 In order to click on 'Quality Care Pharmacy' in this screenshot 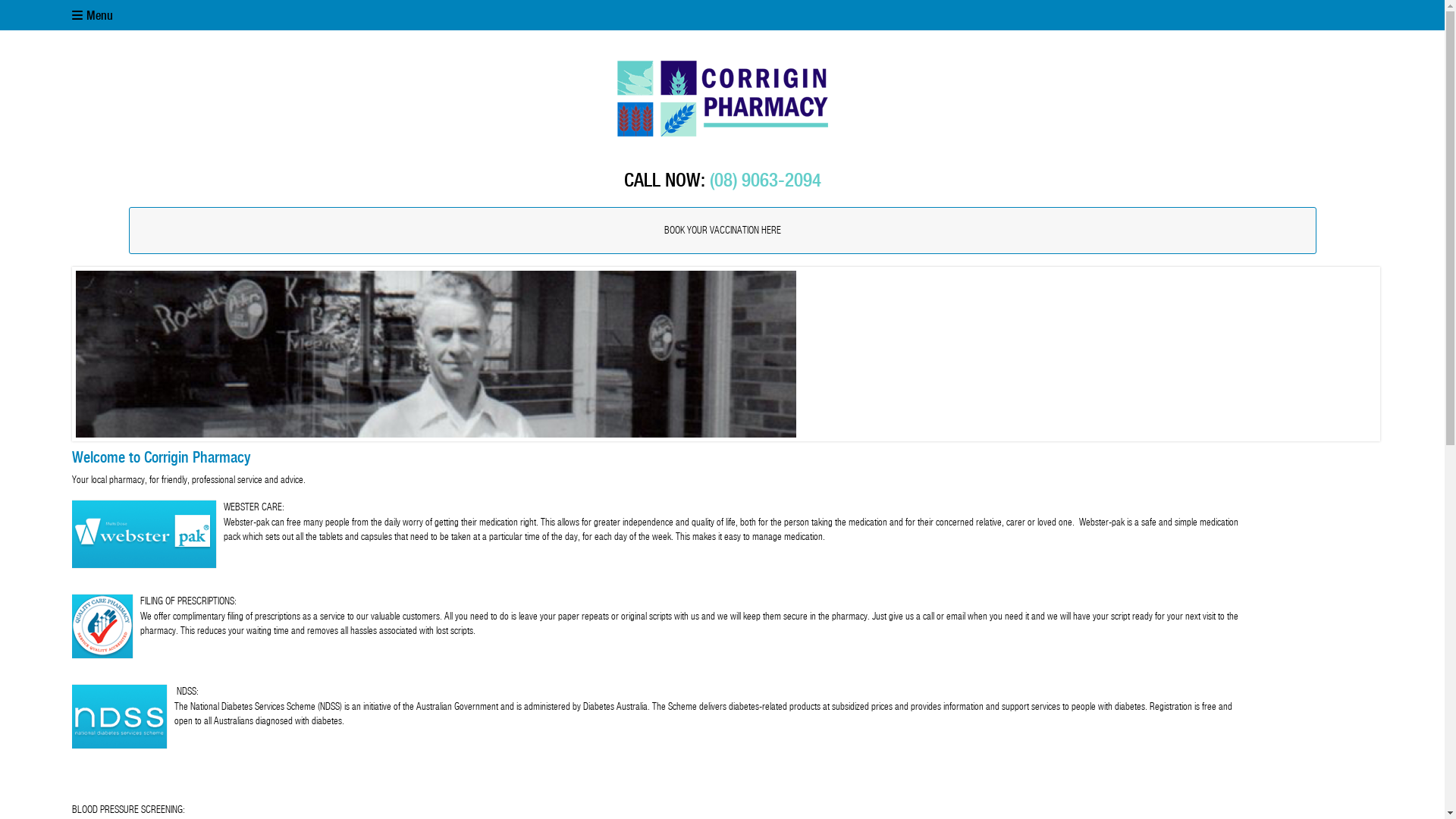, I will do `click(71, 626)`.